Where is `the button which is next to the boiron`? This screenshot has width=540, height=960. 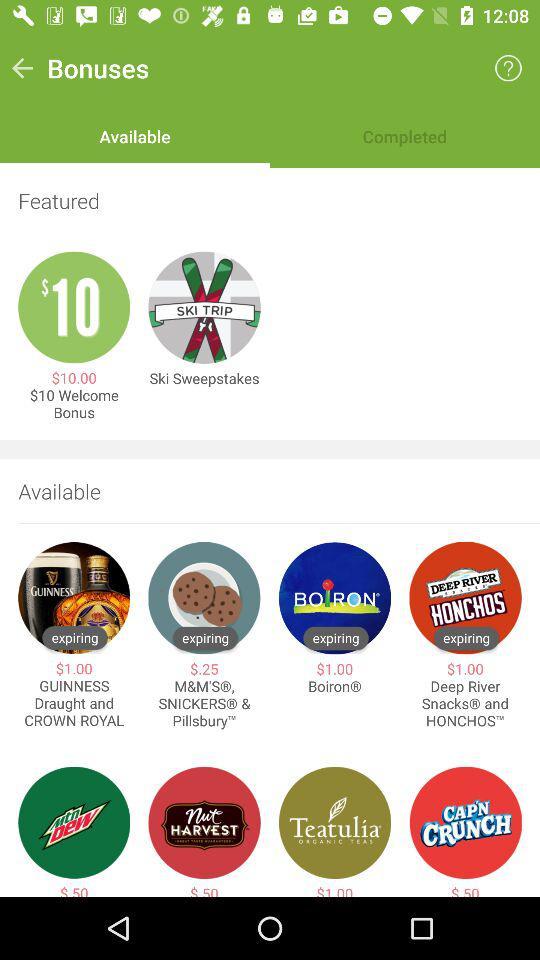
the button which is next to the boiron is located at coordinates (466, 597).